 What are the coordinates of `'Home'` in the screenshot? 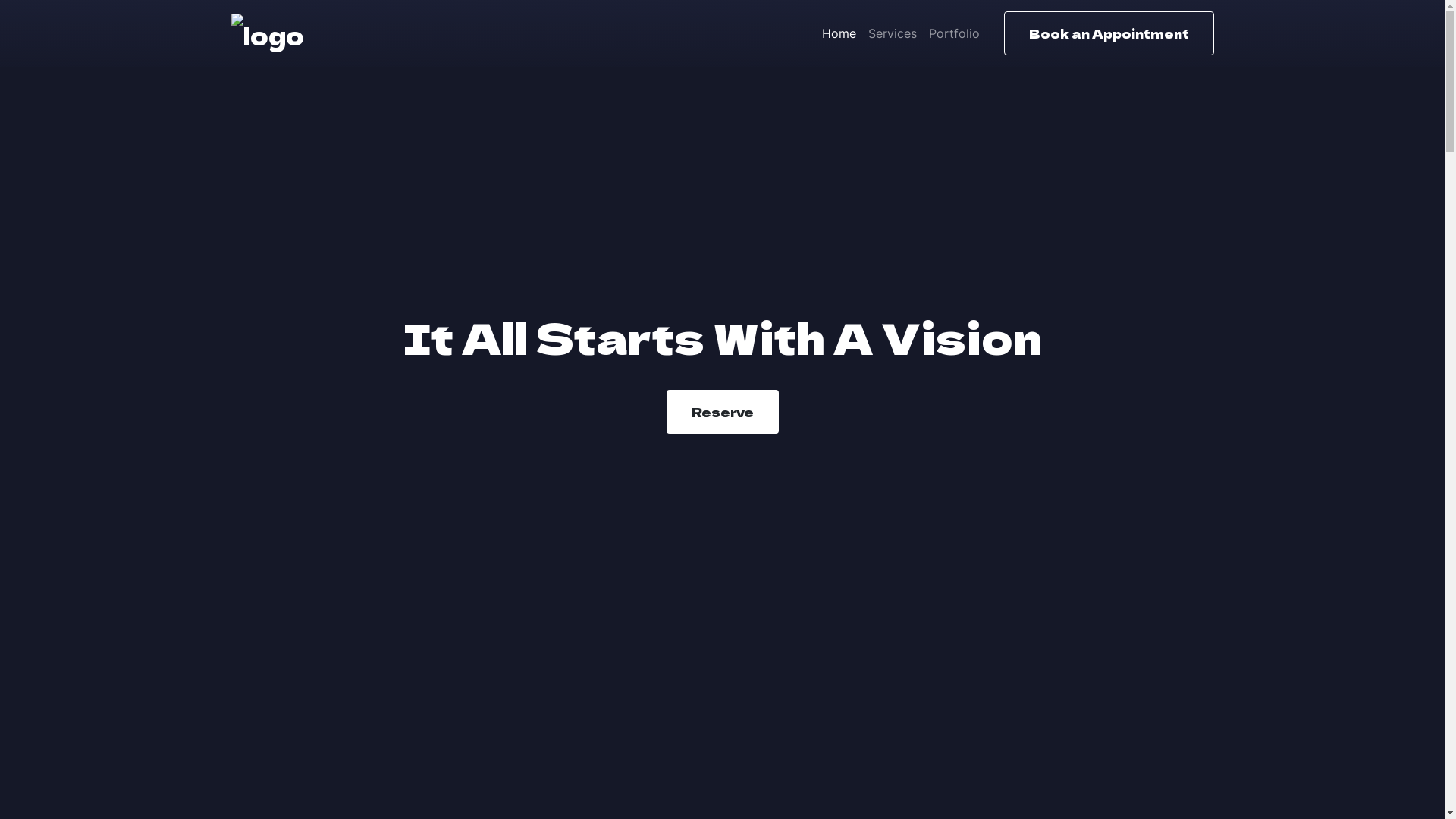 It's located at (838, 33).